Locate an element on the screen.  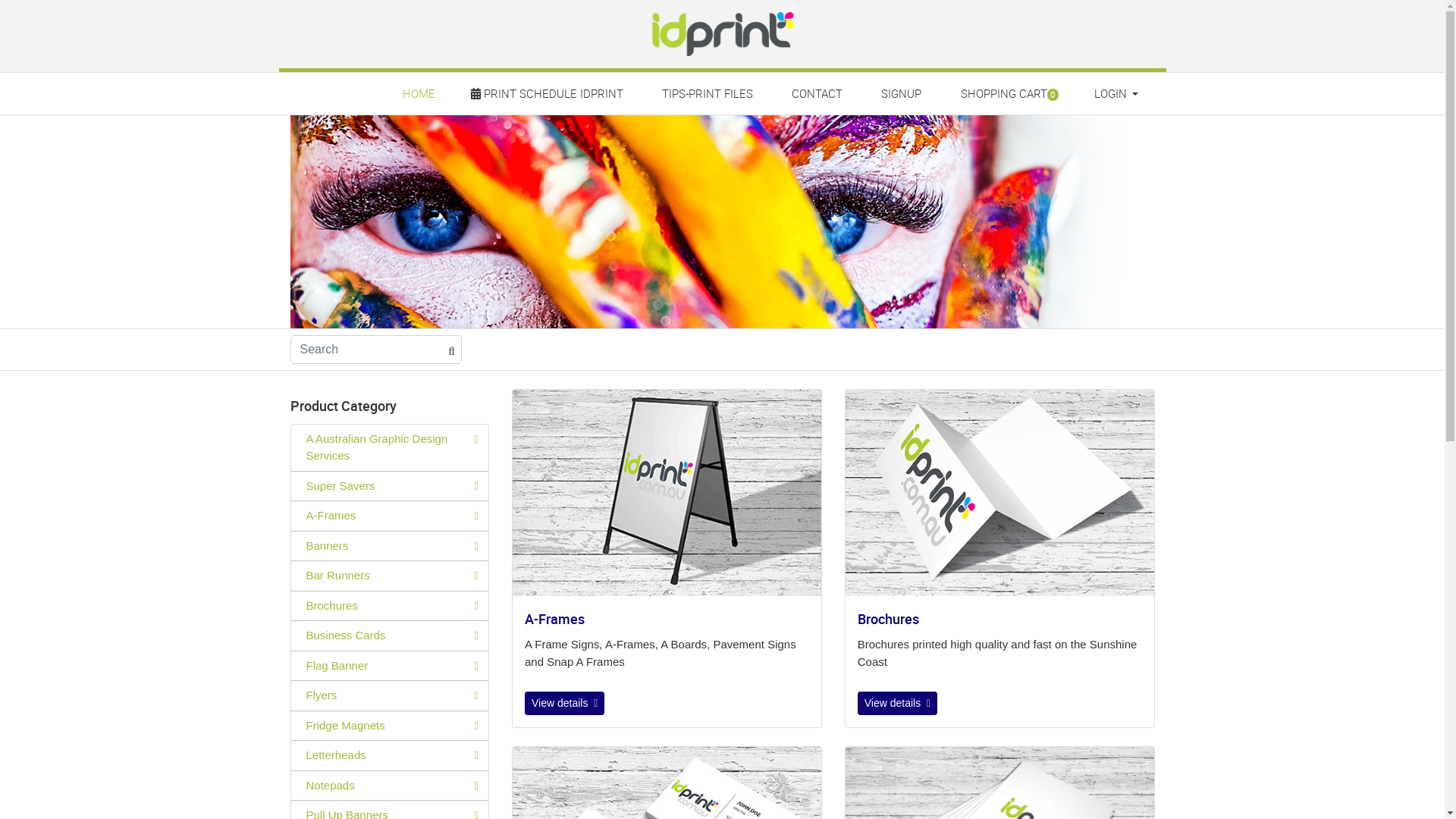
'LOGIN' is located at coordinates (1114, 93).